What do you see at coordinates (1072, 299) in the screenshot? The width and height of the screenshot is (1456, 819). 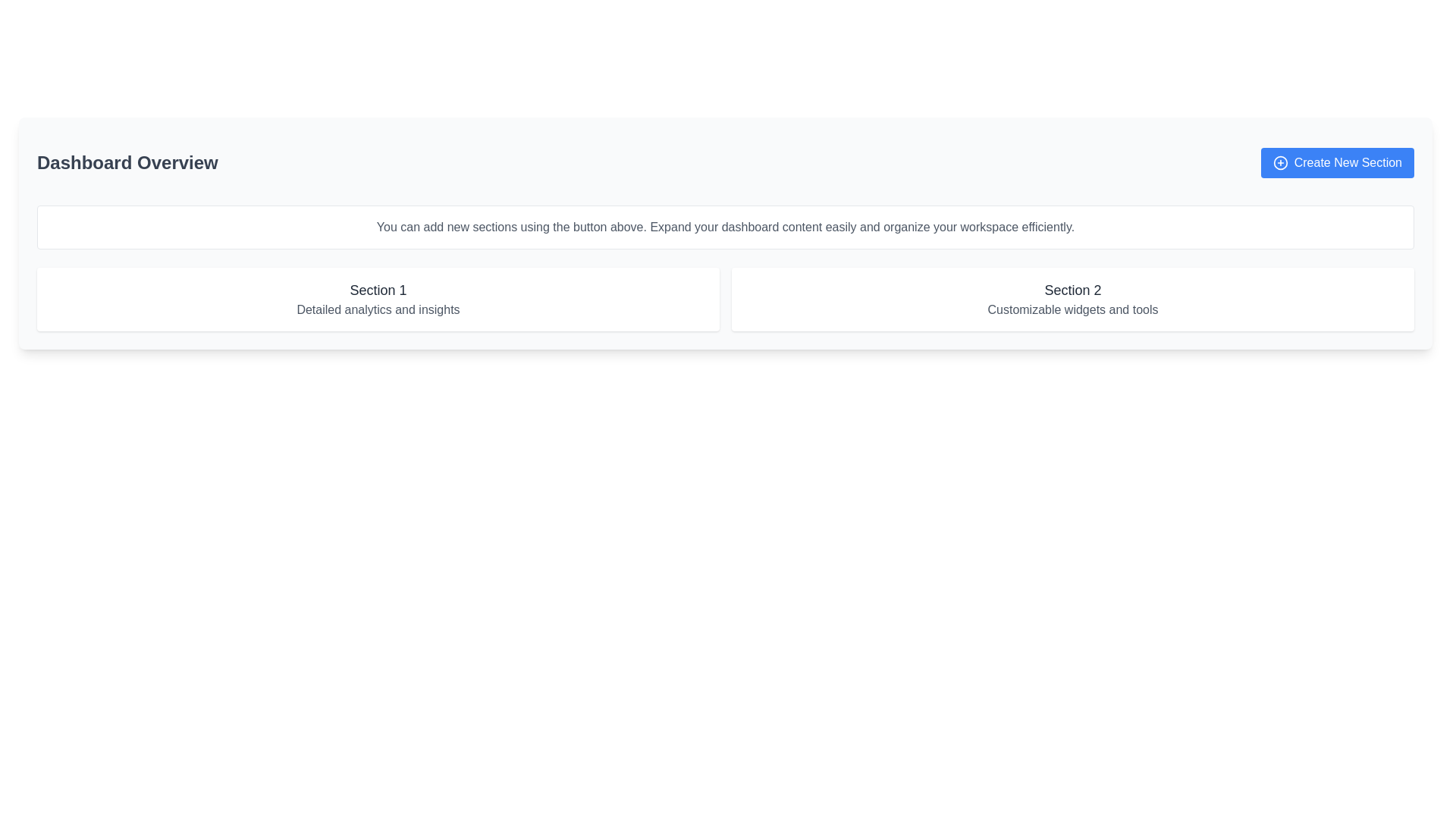 I see `the second tile in the grid layout that provides information about customizable widgets and tools` at bounding box center [1072, 299].